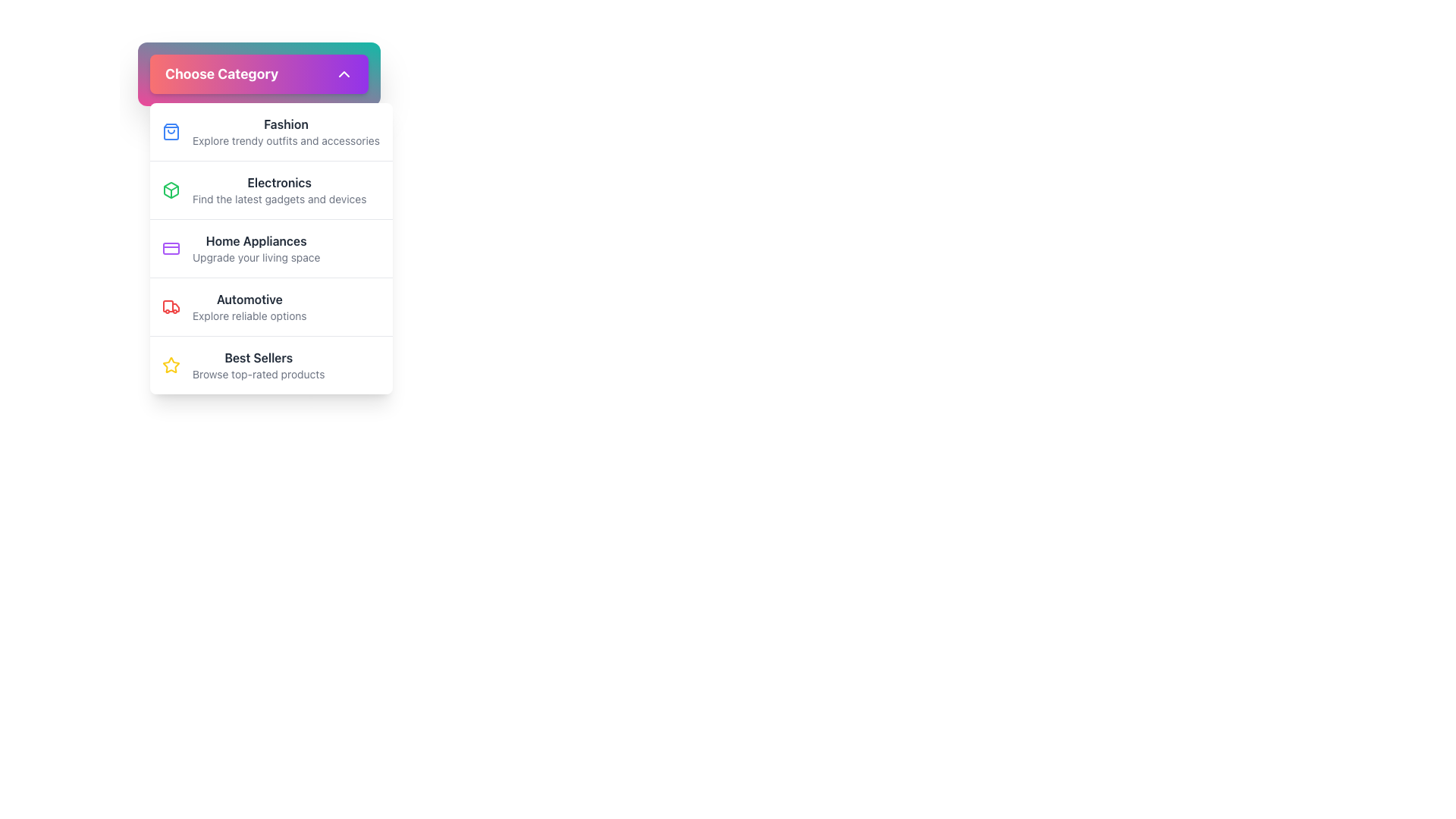  I want to click on the compact, green-outlined 3D box icon located in the 'Electronics' section of the dropdown menu under 'Choose Category.', so click(171, 189).